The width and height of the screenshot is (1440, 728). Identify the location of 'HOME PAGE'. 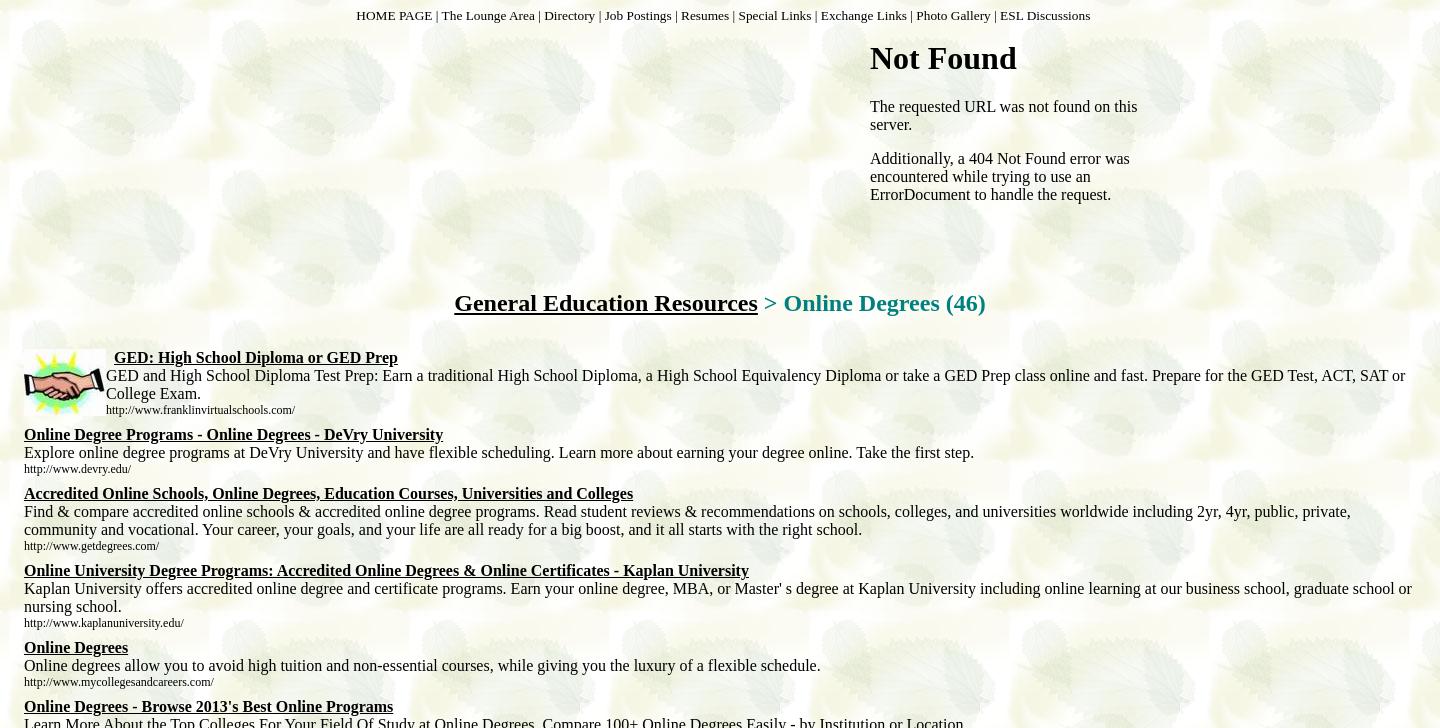
(392, 15).